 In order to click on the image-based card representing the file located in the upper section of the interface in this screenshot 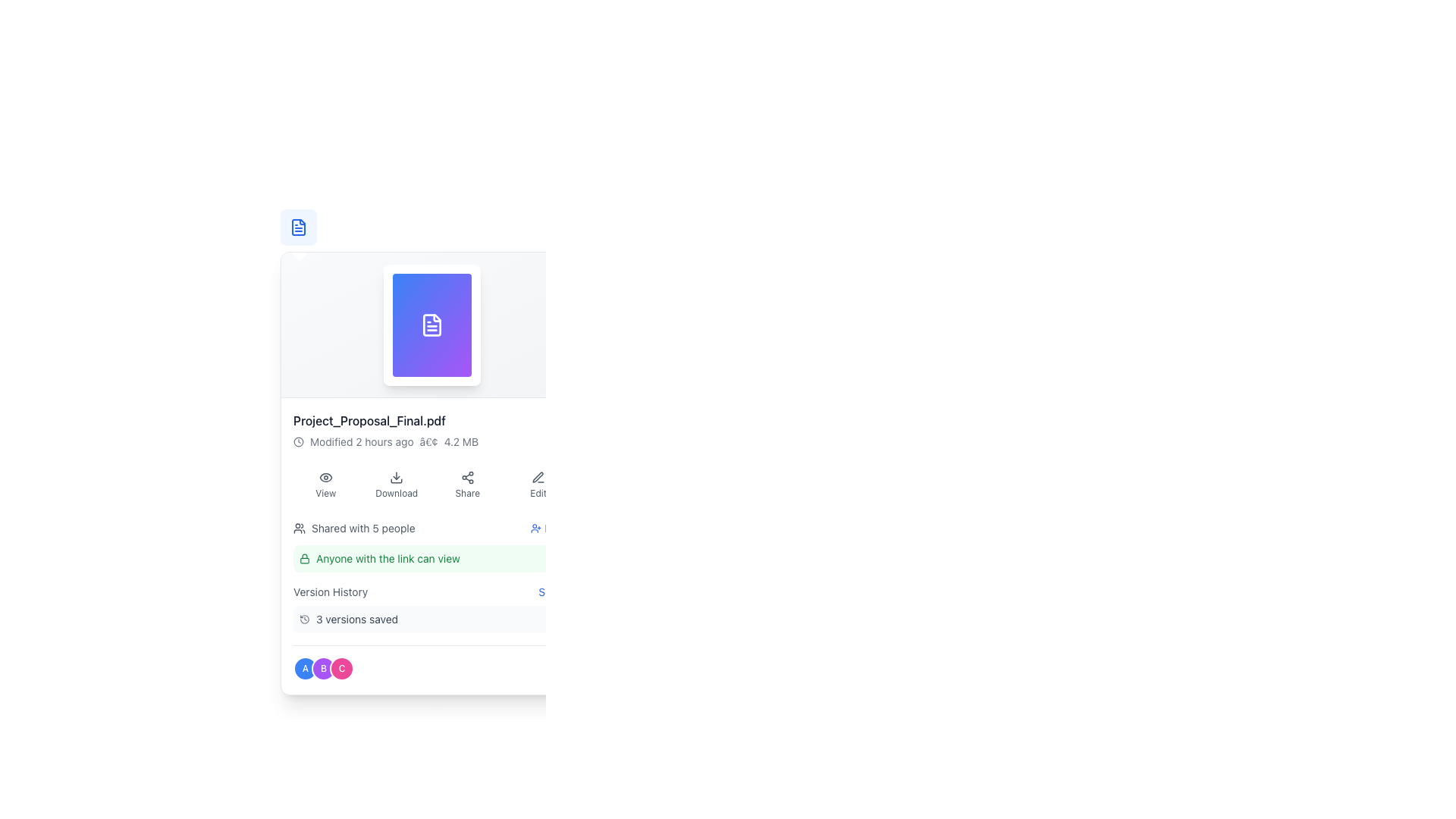, I will do `click(431, 324)`.